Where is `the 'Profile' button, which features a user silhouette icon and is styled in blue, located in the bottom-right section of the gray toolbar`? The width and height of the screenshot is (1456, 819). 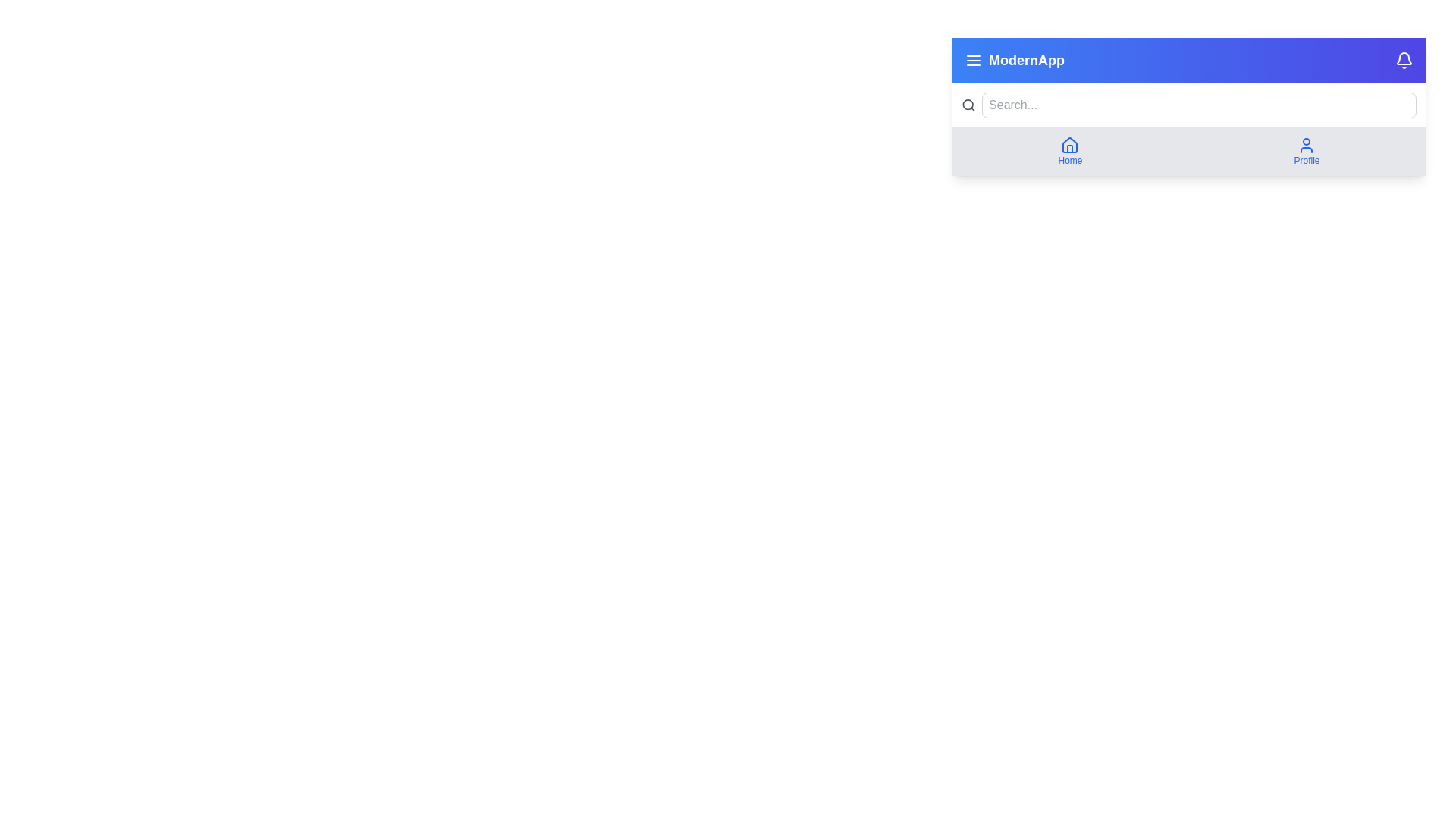
the 'Profile' button, which features a user silhouette icon and is styled in blue, located in the bottom-right section of the gray toolbar is located at coordinates (1306, 152).